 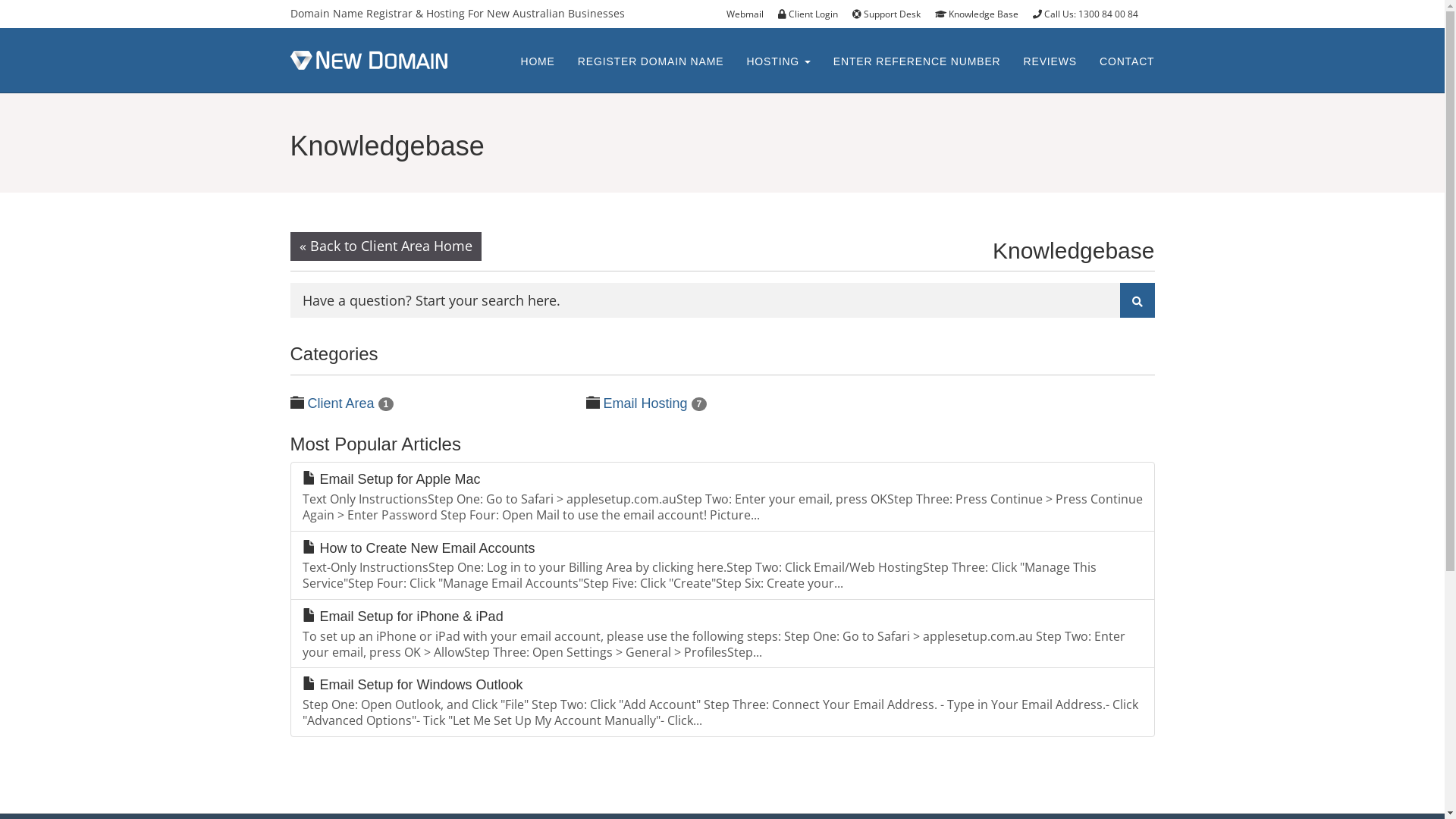 What do you see at coordinates (1012, 61) in the screenshot?
I see `'REVIEWS'` at bounding box center [1012, 61].